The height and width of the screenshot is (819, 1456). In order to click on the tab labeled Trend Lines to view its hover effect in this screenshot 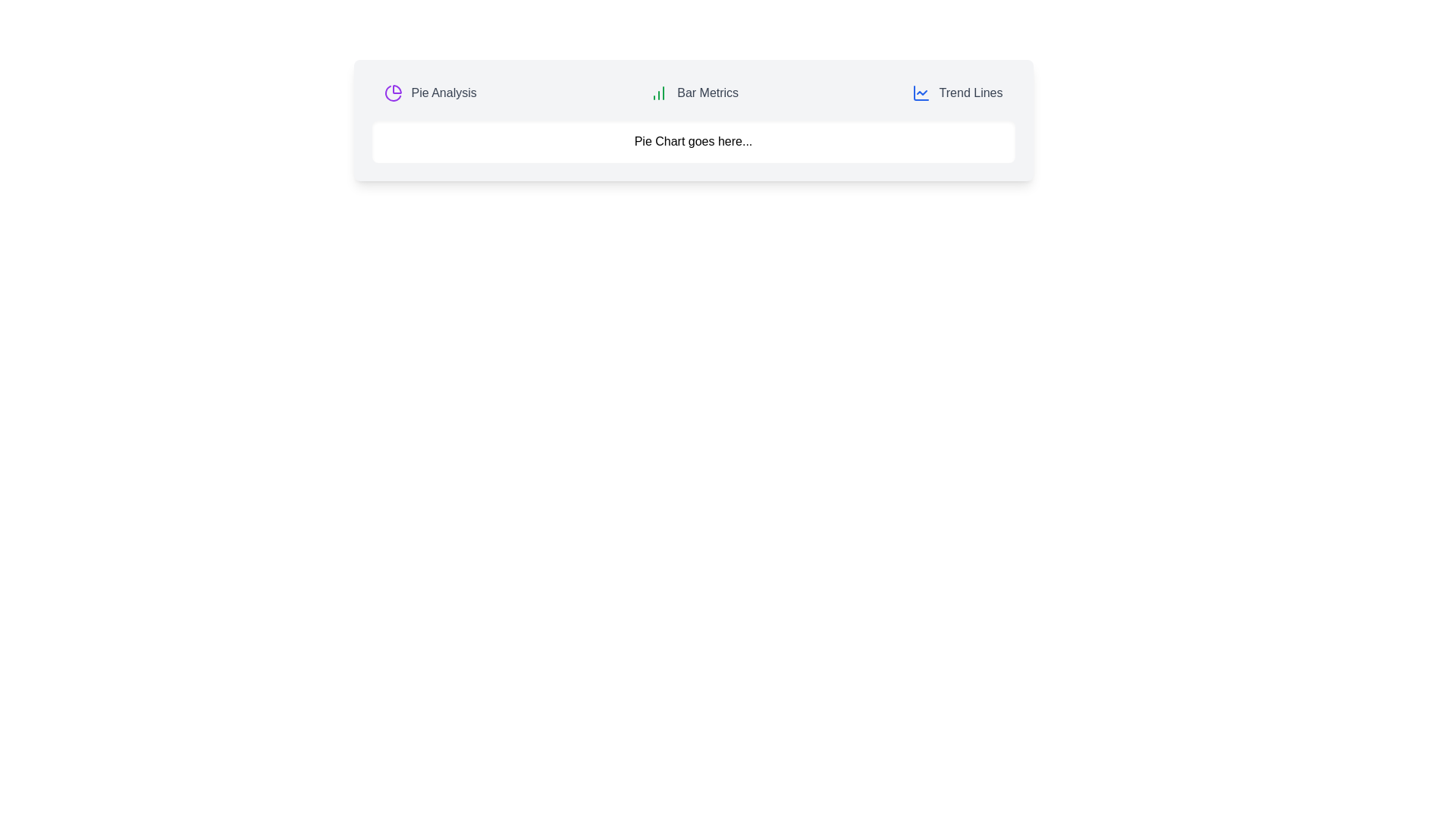, I will do `click(956, 93)`.